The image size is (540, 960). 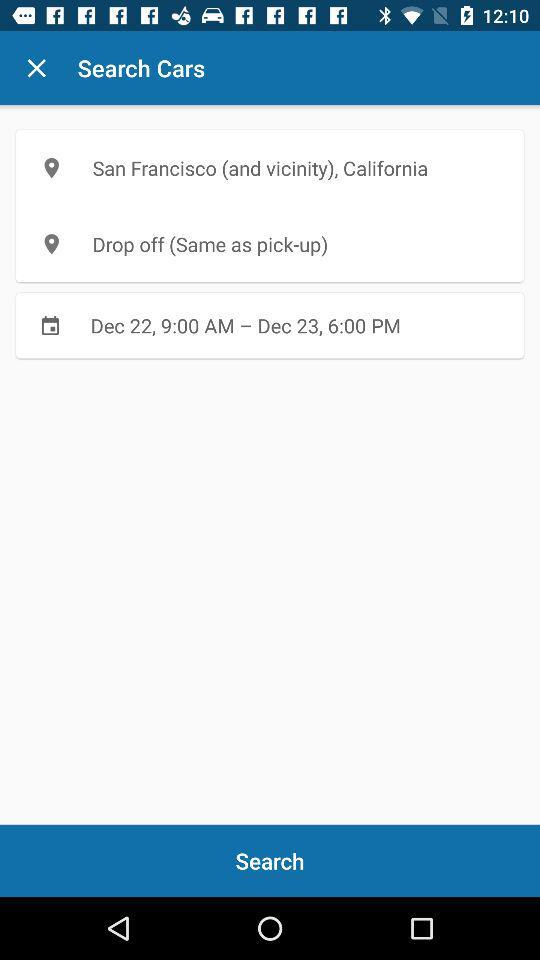 What do you see at coordinates (36, 68) in the screenshot?
I see `item next to search cars icon` at bounding box center [36, 68].